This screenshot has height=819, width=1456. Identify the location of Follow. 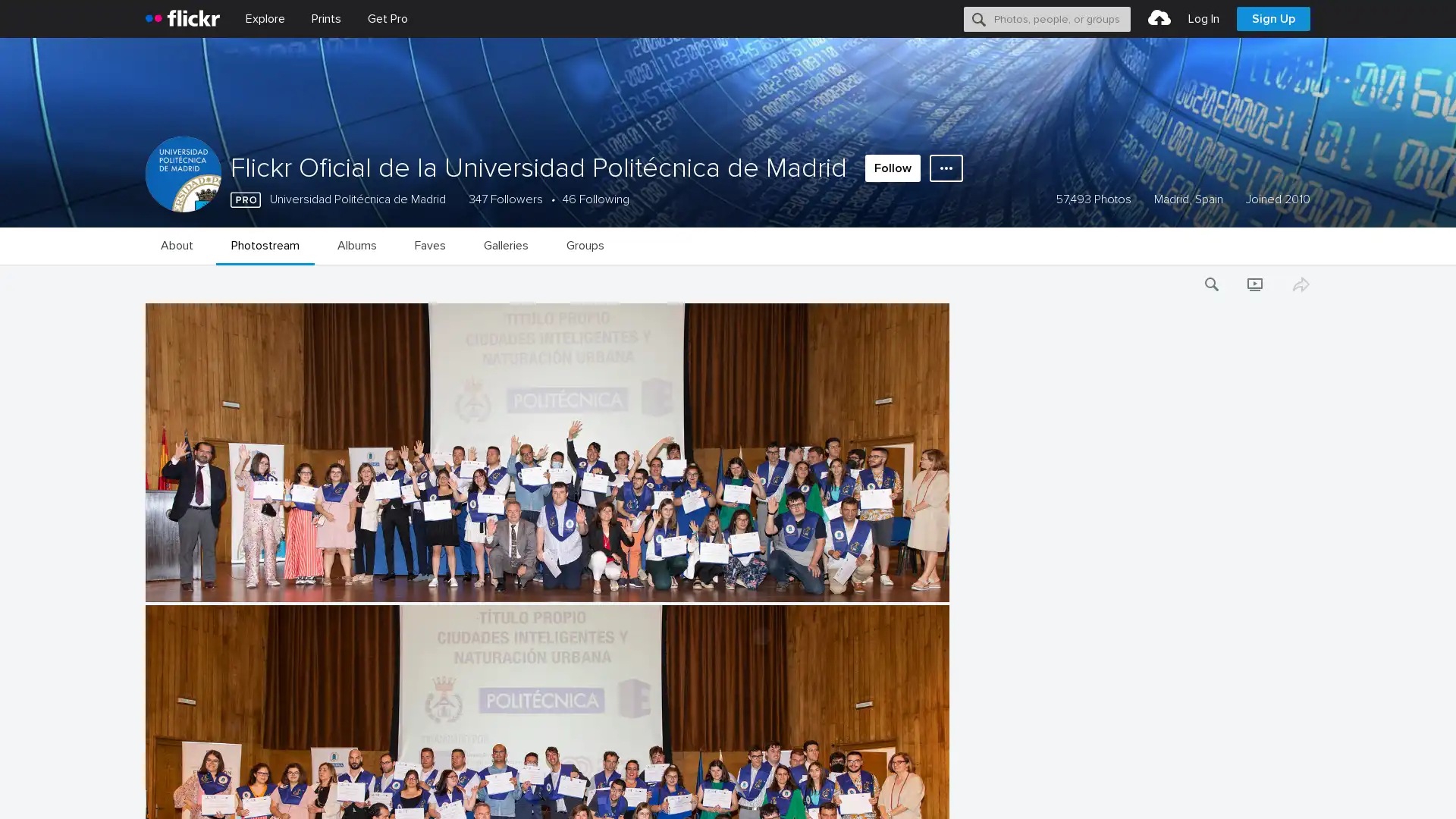
(893, 168).